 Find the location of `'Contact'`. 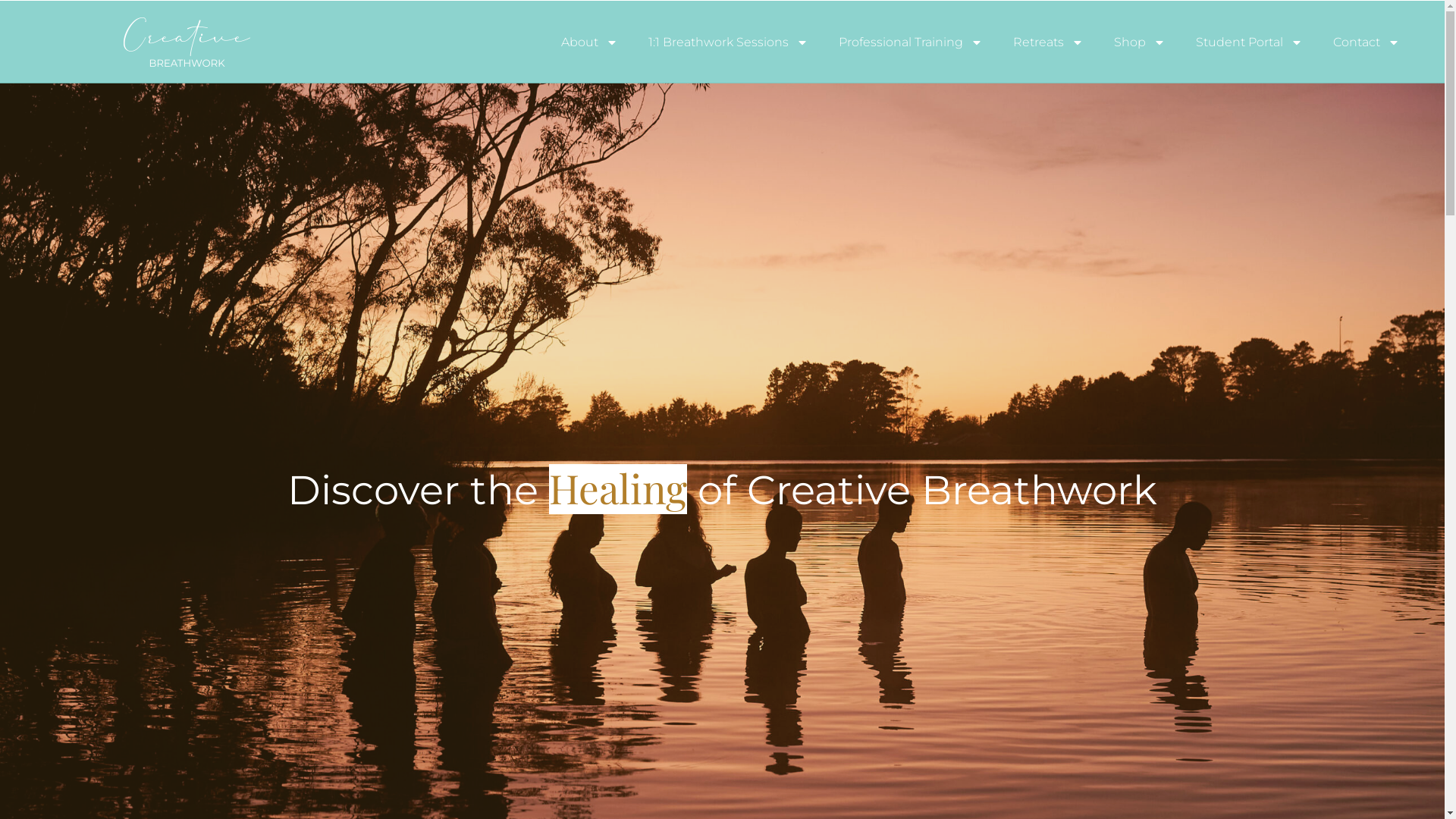

'Contact' is located at coordinates (1316, 40).